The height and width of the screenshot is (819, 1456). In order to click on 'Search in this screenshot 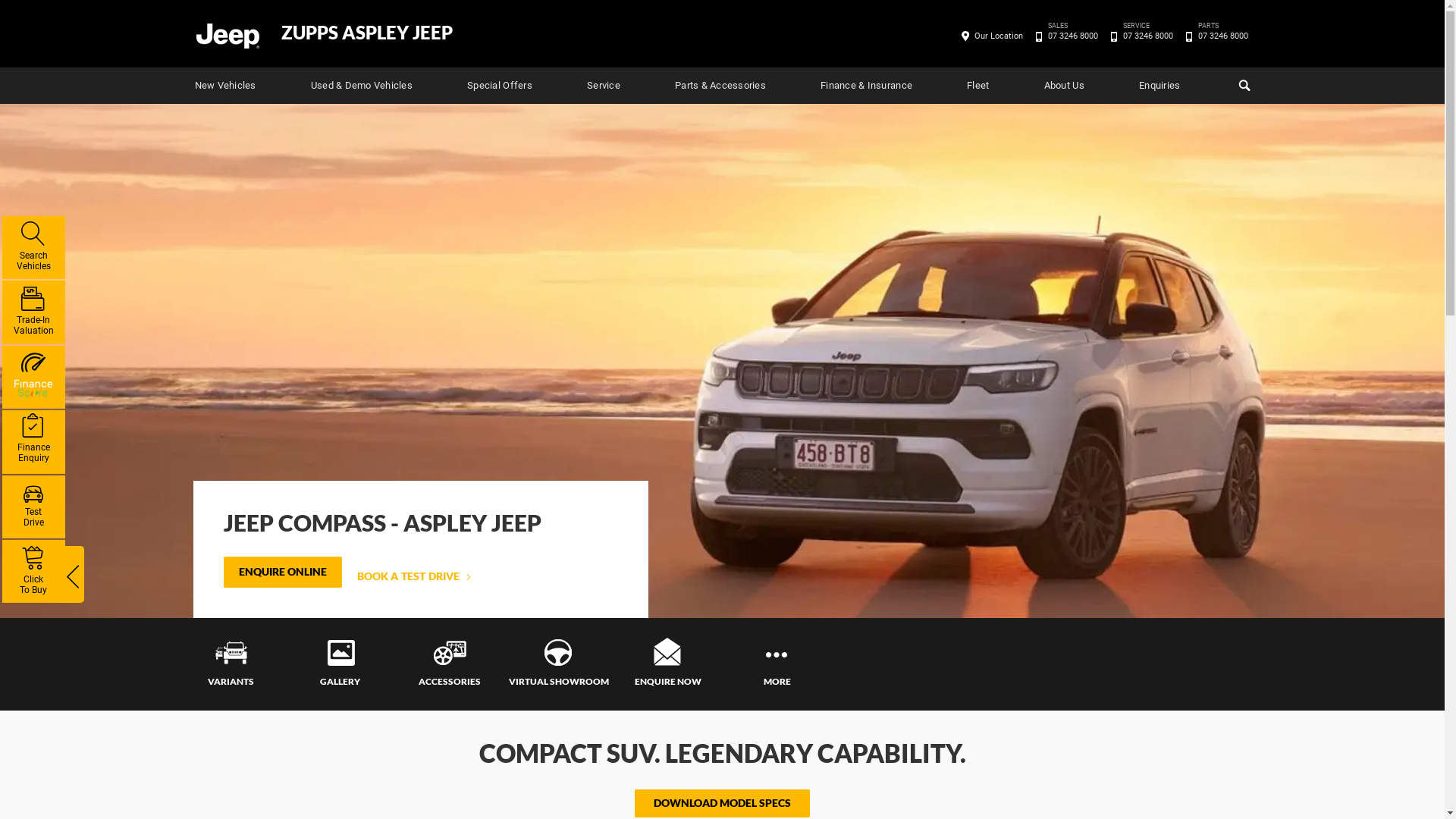, I will do `click(33, 246)`.